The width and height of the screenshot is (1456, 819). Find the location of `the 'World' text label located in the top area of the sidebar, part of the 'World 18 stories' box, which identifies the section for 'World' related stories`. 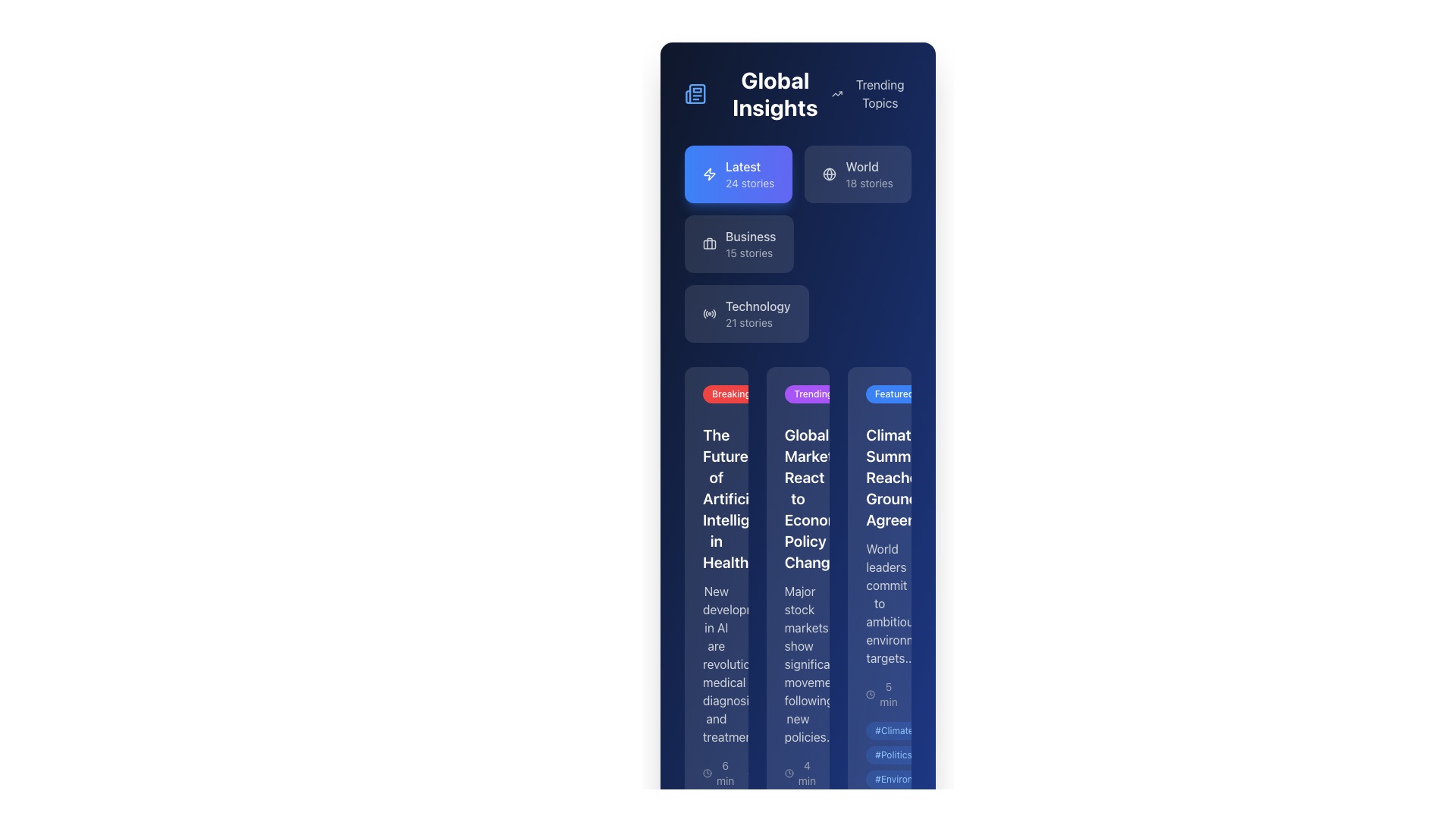

the 'World' text label located in the top area of the sidebar, part of the 'World 18 stories' box, which identifies the section for 'World' related stories is located at coordinates (869, 166).